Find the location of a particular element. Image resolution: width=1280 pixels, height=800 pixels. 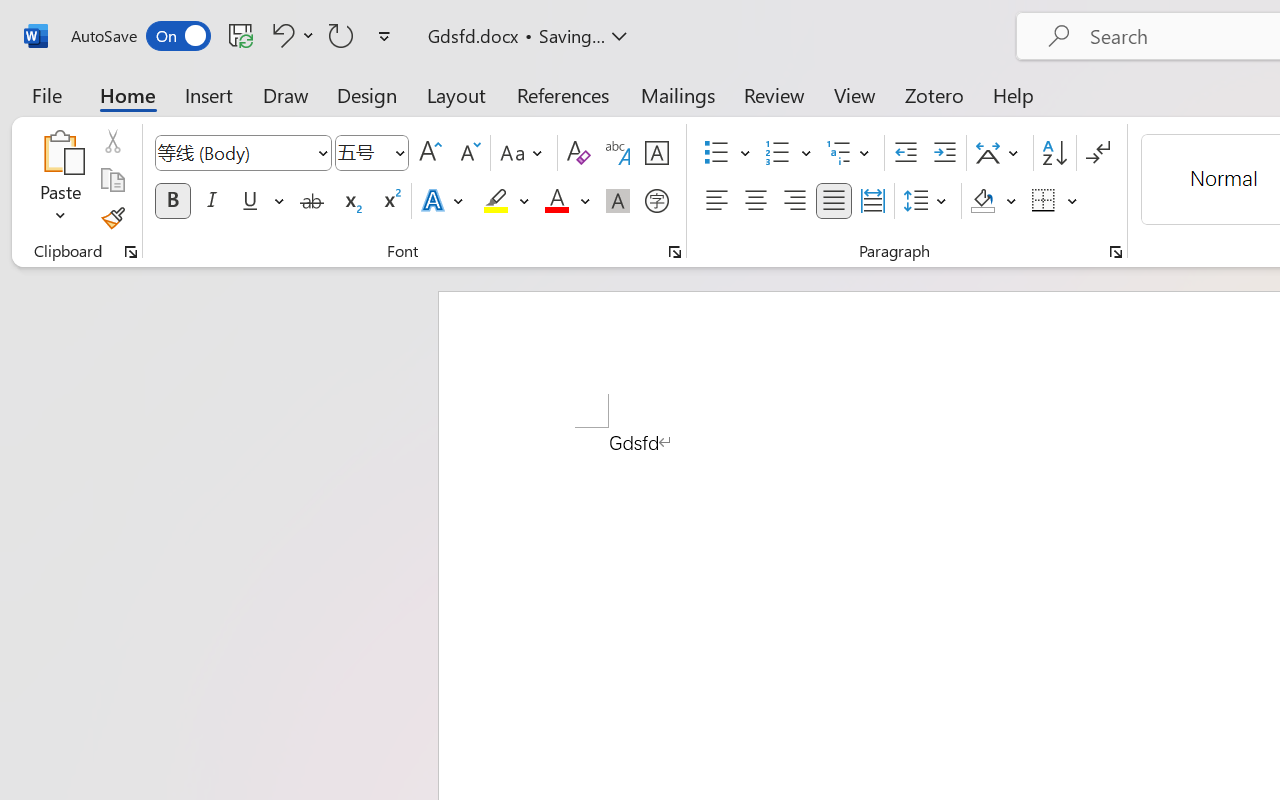

'Font Color' is located at coordinates (566, 201).